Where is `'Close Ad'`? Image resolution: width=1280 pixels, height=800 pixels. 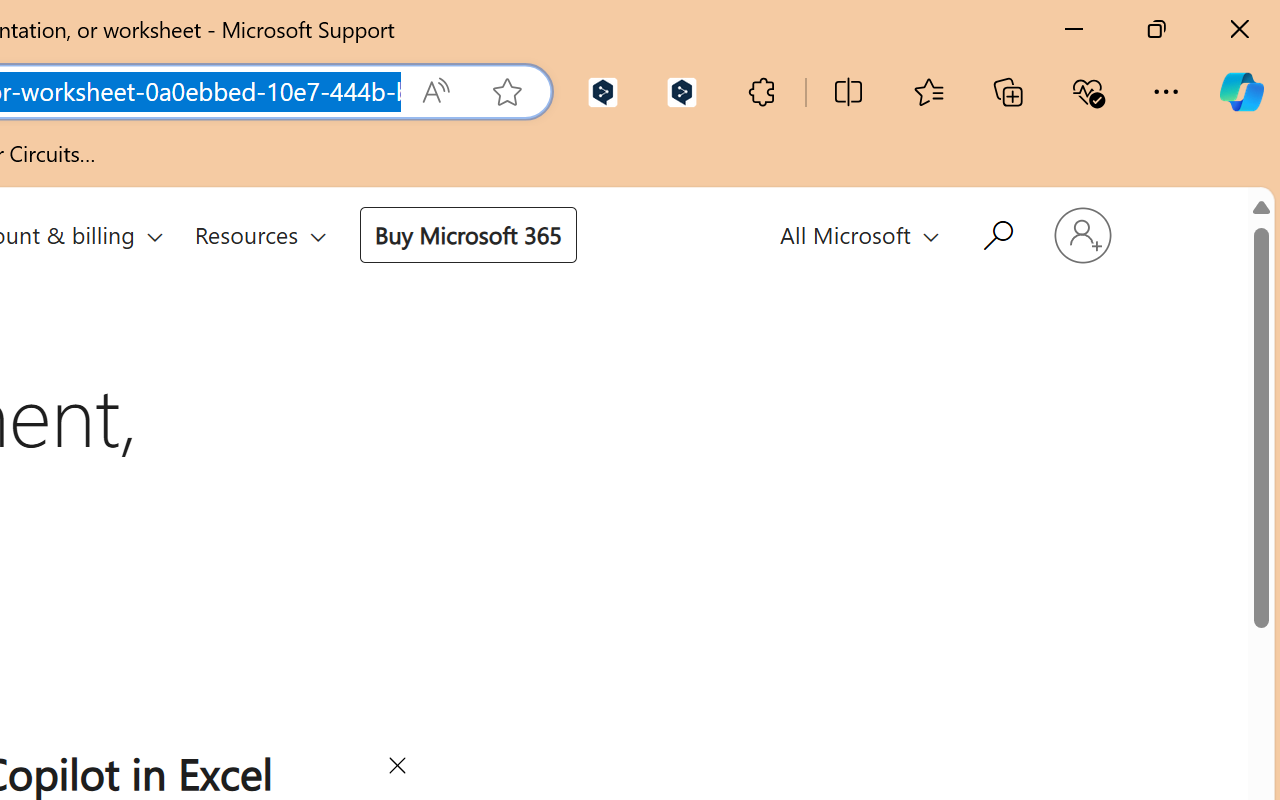 'Close Ad' is located at coordinates (396, 768).